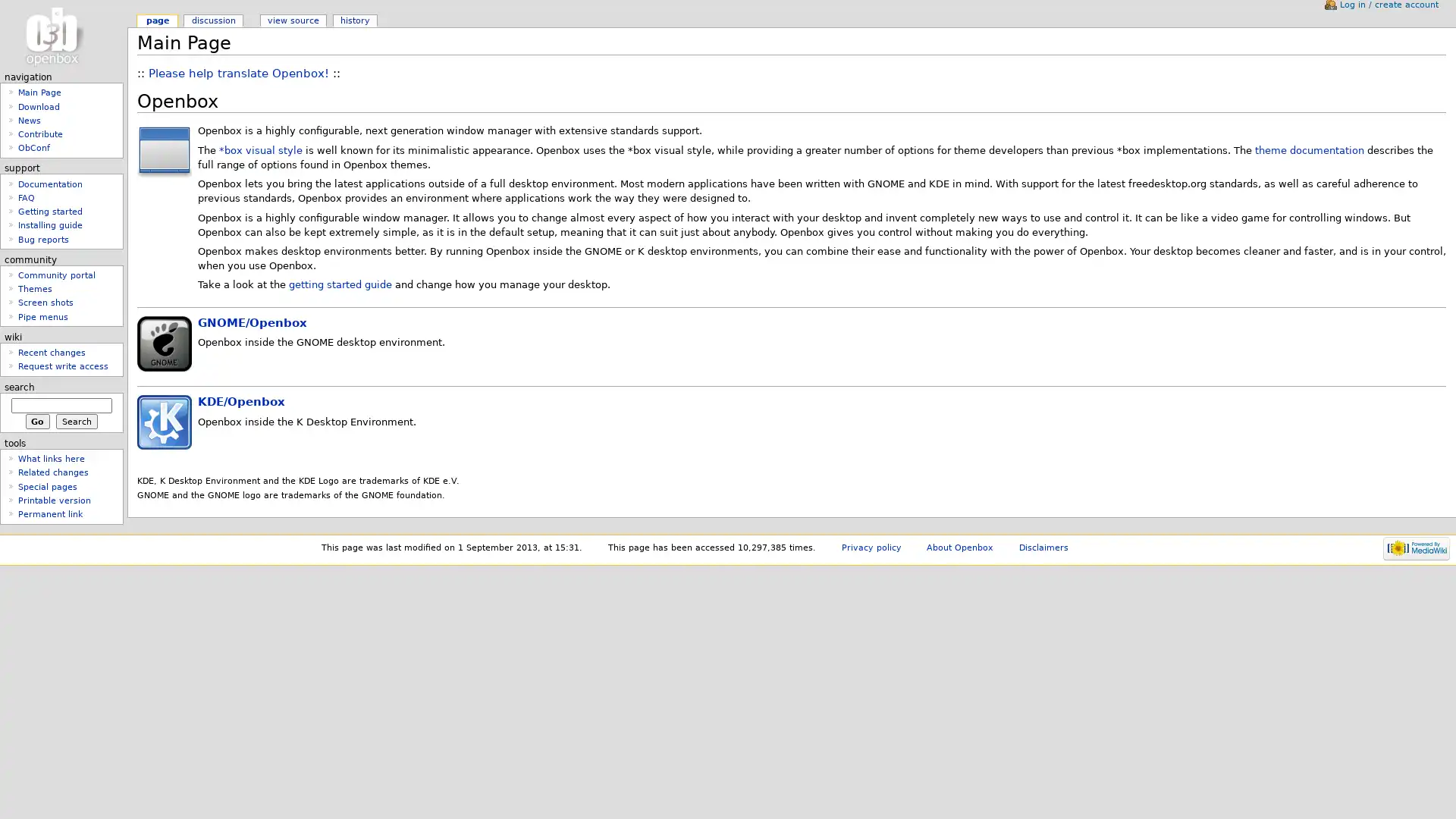 The image size is (1456, 819). Describe the element at coordinates (36, 421) in the screenshot. I see `Go` at that location.